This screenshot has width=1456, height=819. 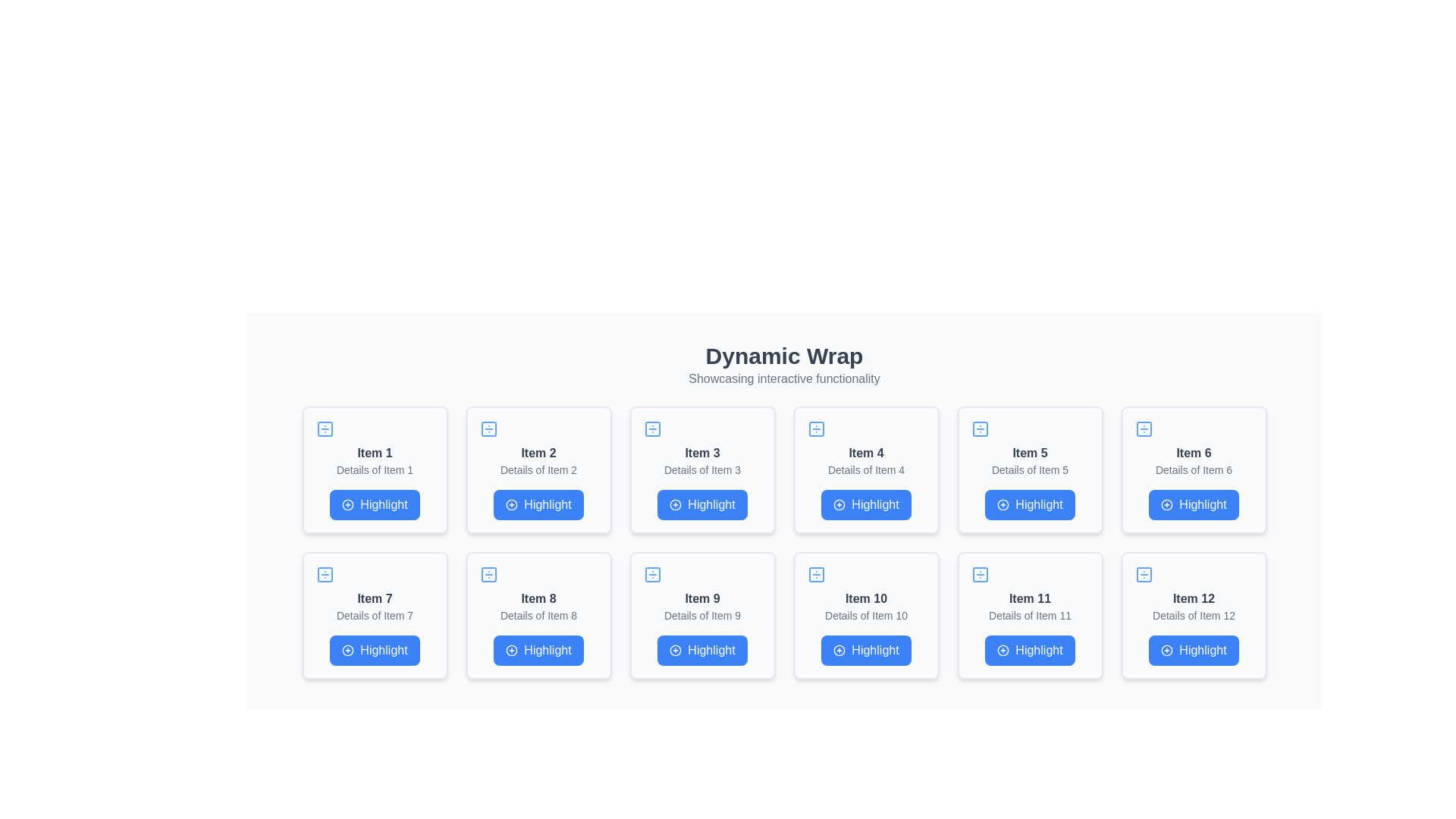 I want to click on the 'Highlight' button located at the bottom-center of the card labeled 'Item 5', so click(x=1030, y=505).